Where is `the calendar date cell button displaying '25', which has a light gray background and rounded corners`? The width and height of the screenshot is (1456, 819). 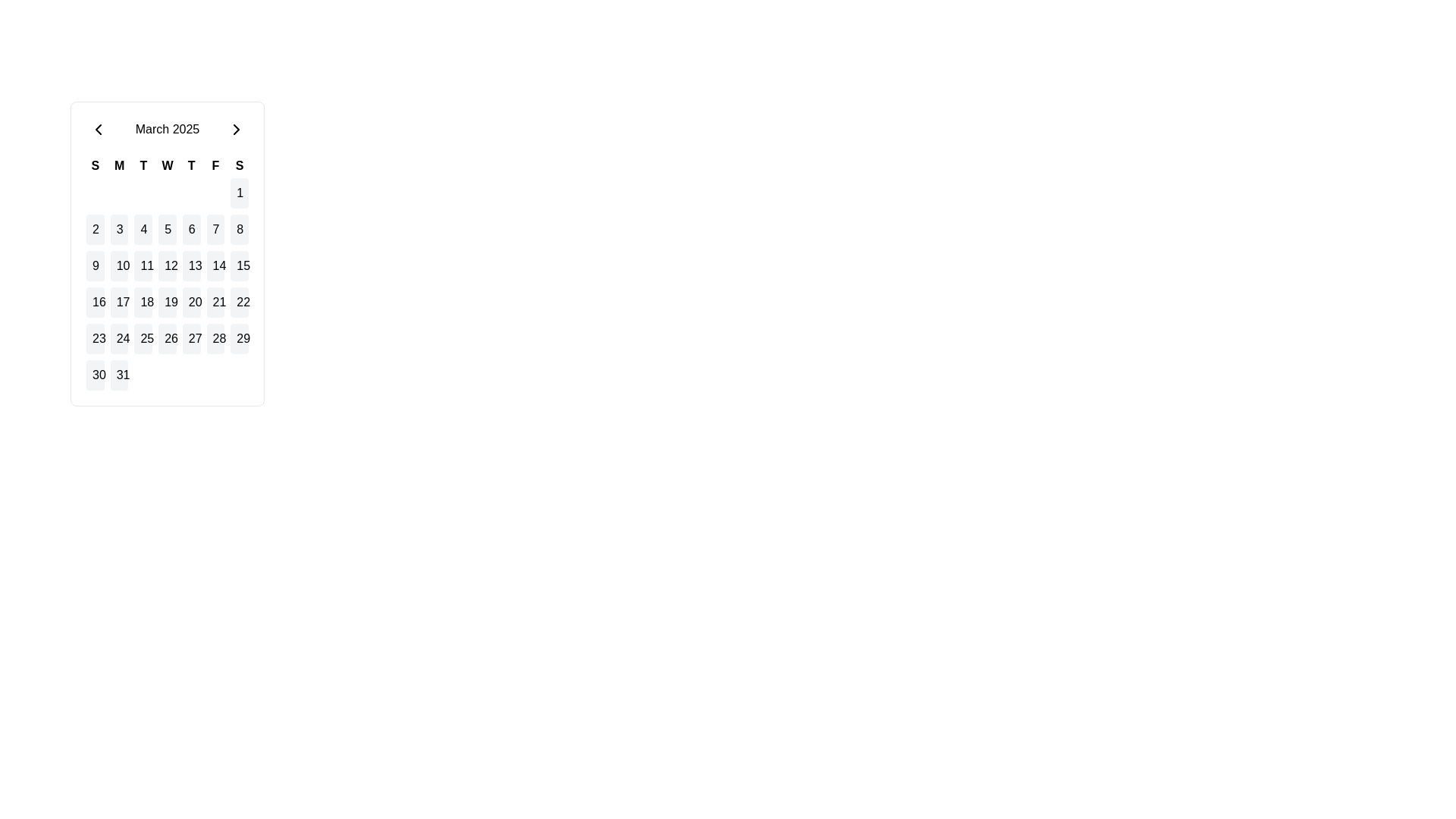
the calendar date cell button displaying '25', which has a light gray background and rounded corners is located at coordinates (143, 338).